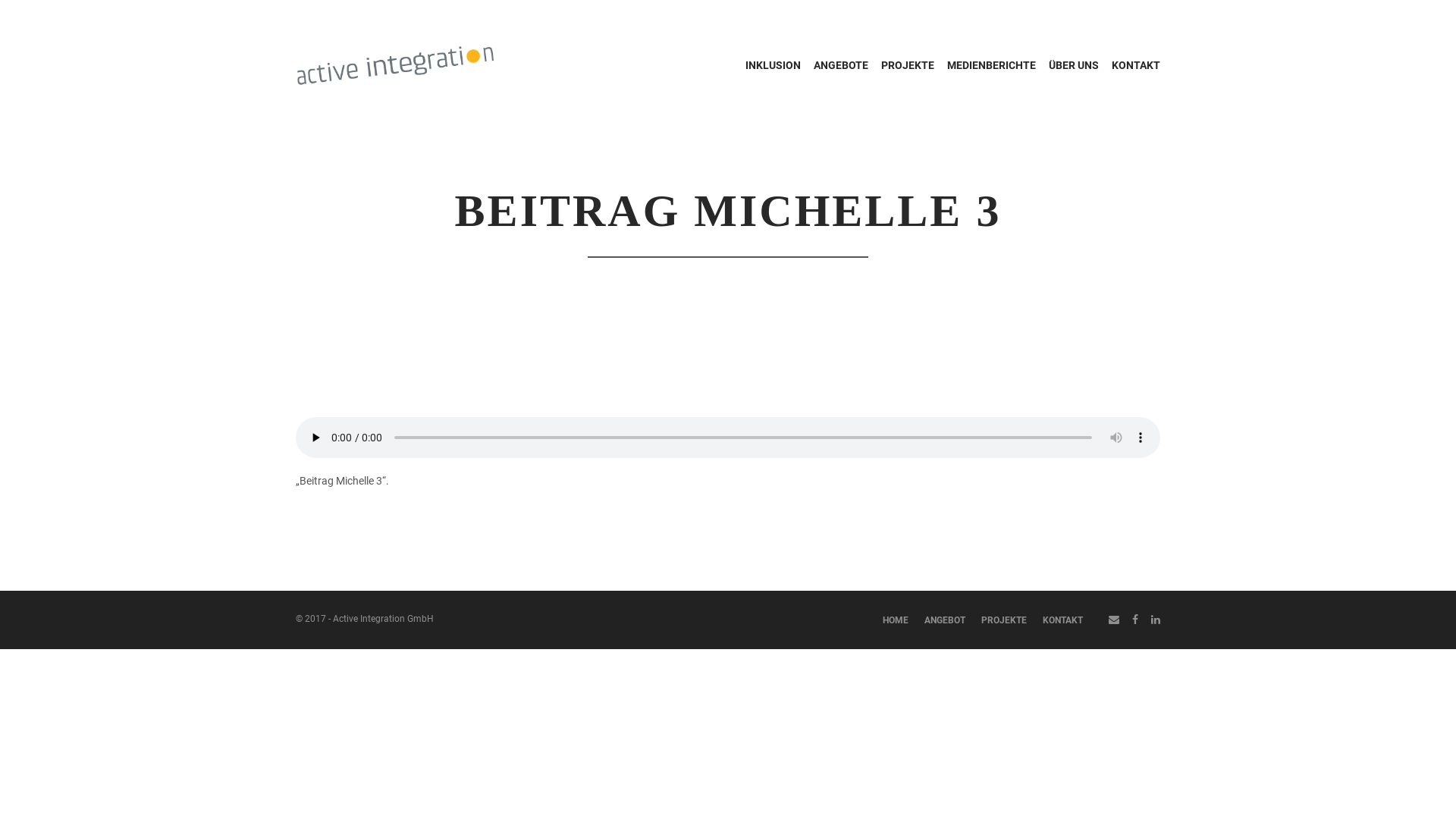 The width and height of the screenshot is (1456, 819). Describe the element at coordinates (944, 620) in the screenshot. I see `'ANGEBOT'` at that location.